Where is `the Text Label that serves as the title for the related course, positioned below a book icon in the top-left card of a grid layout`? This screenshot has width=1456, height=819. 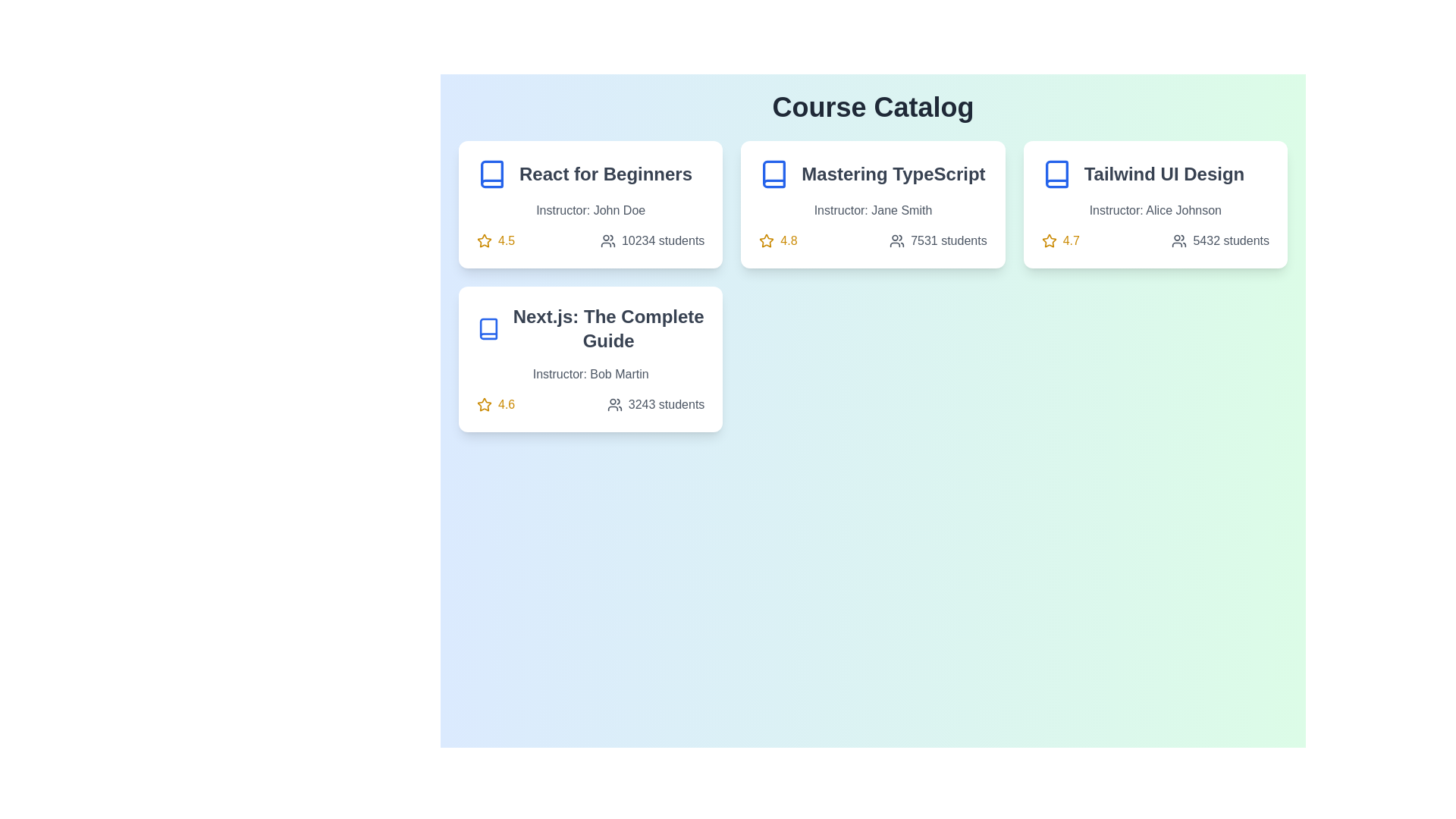 the Text Label that serves as the title for the related course, positioned below a book icon in the top-left card of a grid layout is located at coordinates (605, 174).